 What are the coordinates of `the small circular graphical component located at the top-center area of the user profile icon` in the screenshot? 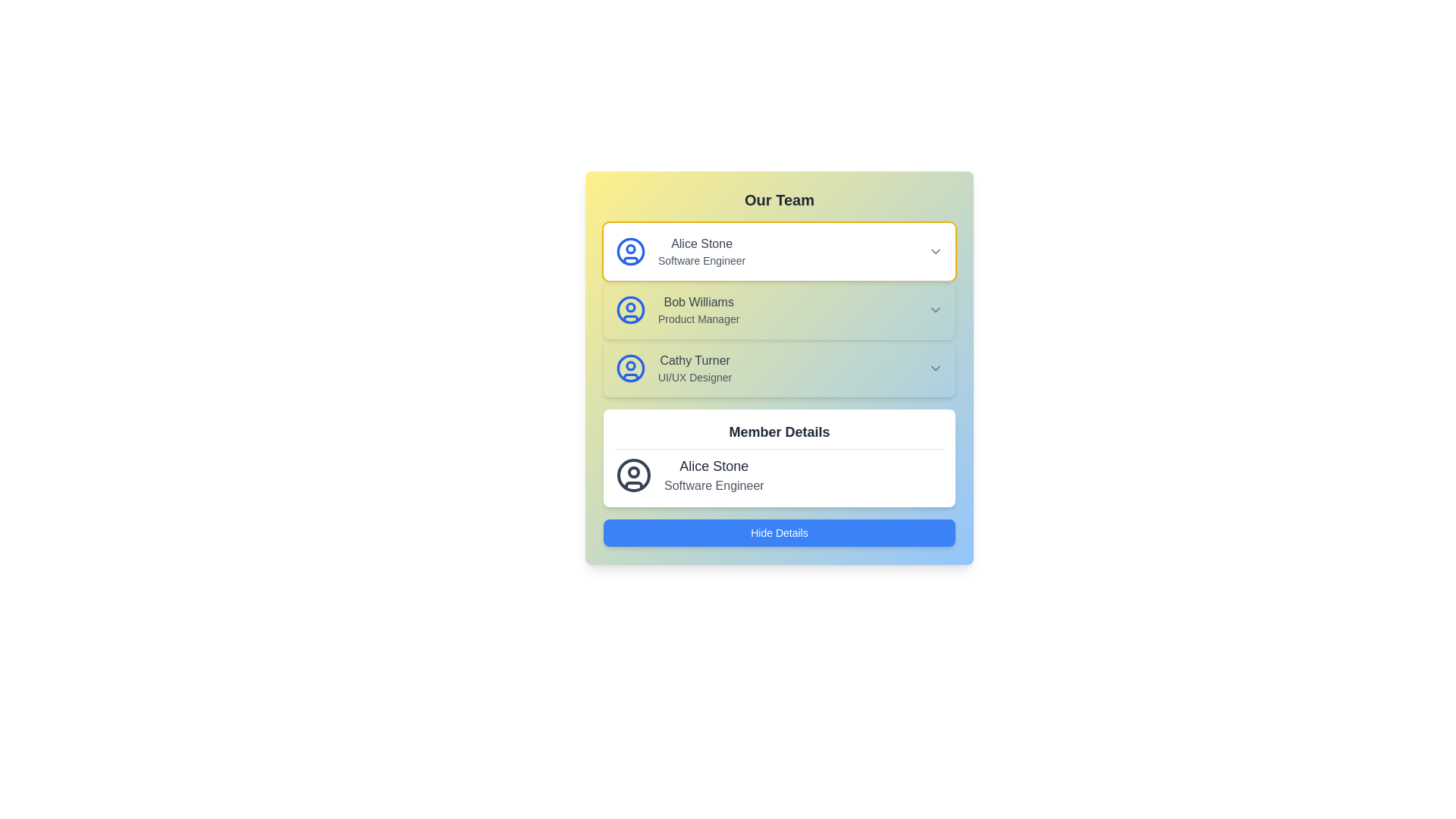 It's located at (633, 472).